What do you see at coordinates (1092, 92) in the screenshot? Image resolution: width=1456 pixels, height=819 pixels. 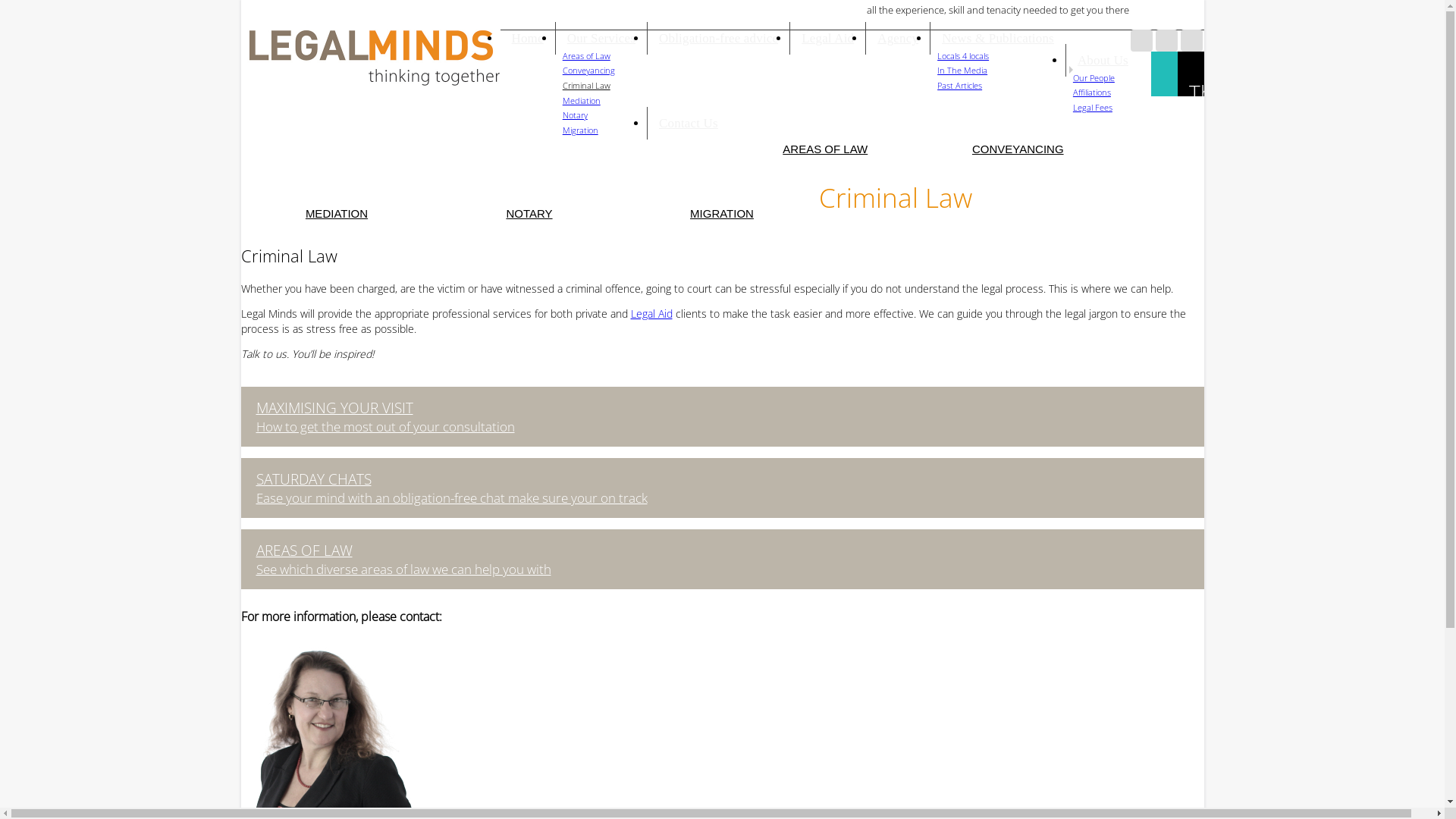 I see `'Affiliations'` at bounding box center [1092, 92].